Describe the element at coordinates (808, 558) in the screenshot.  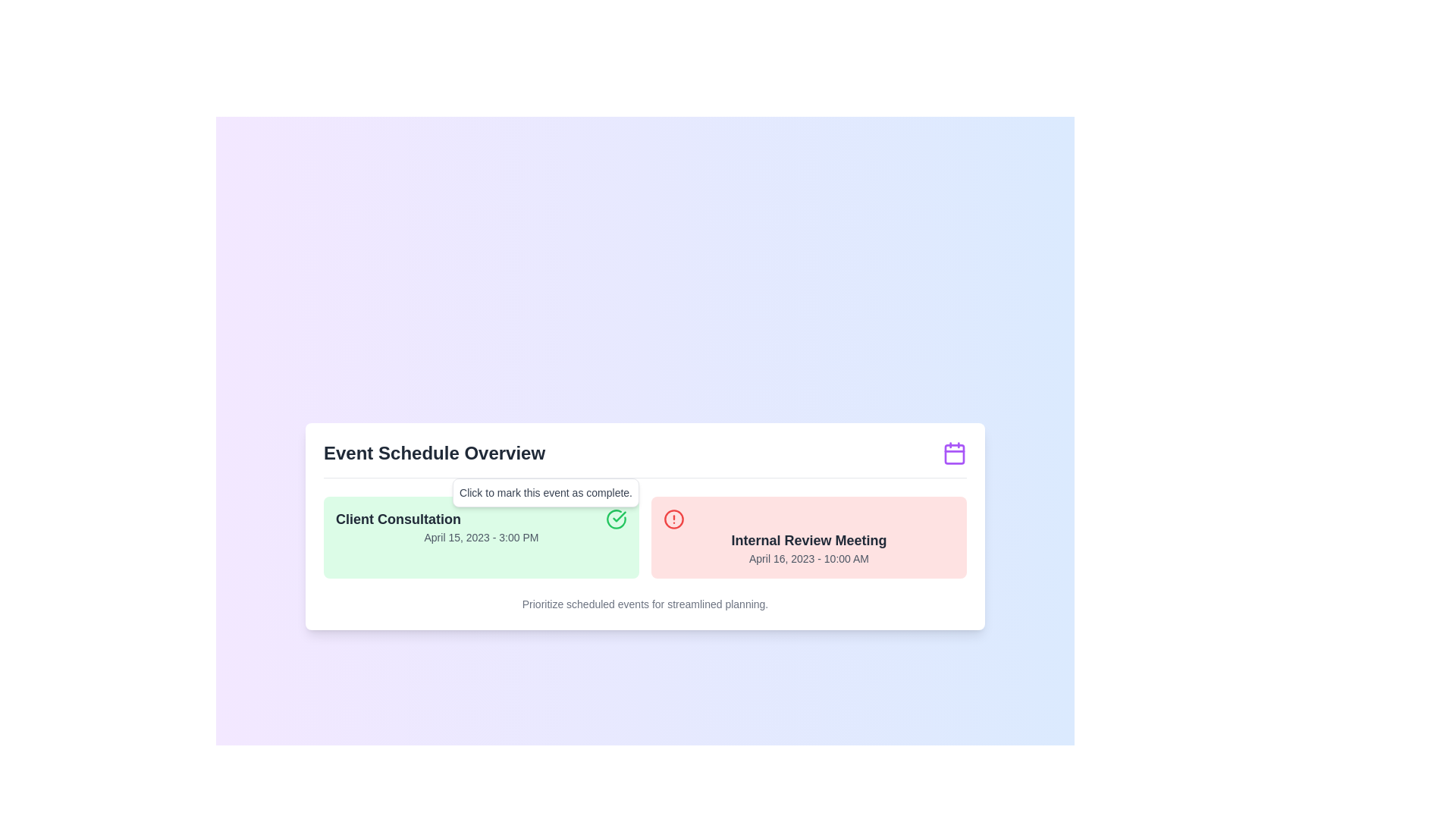
I see `the text label that indicates the scheduled date and time for the 'Internal Review Meeting', located beneath the title text within the red-bordered event card` at that location.